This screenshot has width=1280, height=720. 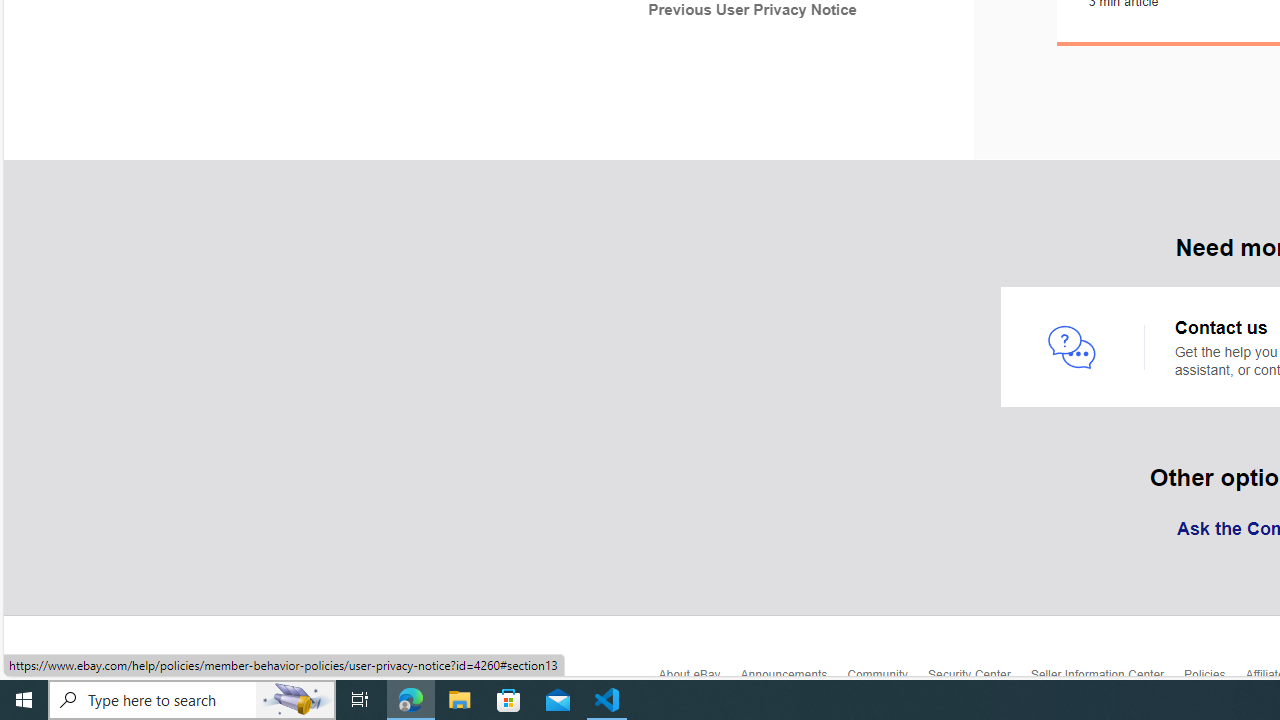 I want to click on 'About eBay', so click(x=699, y=678).